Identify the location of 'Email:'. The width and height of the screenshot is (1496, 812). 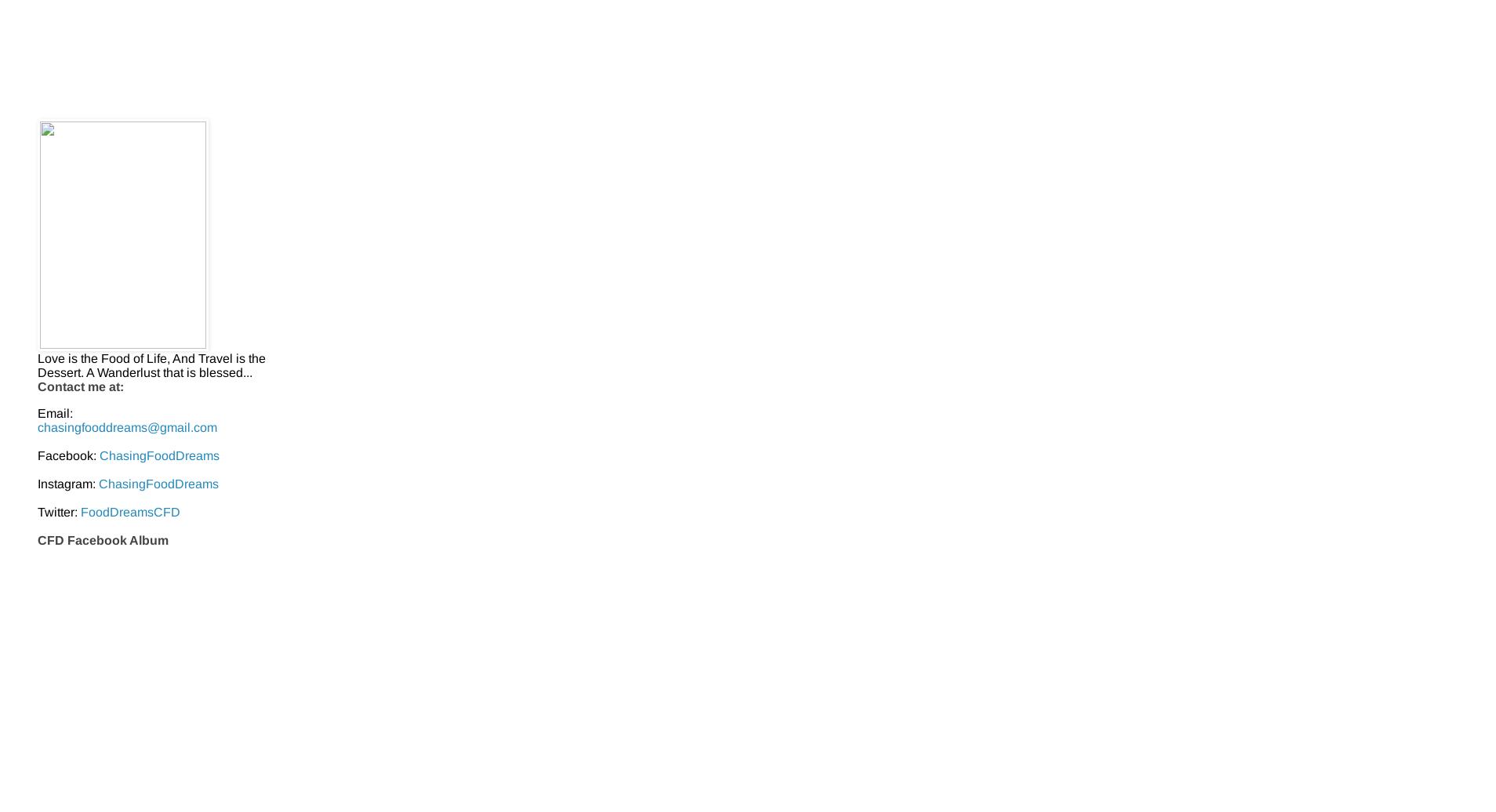
(54, 412).